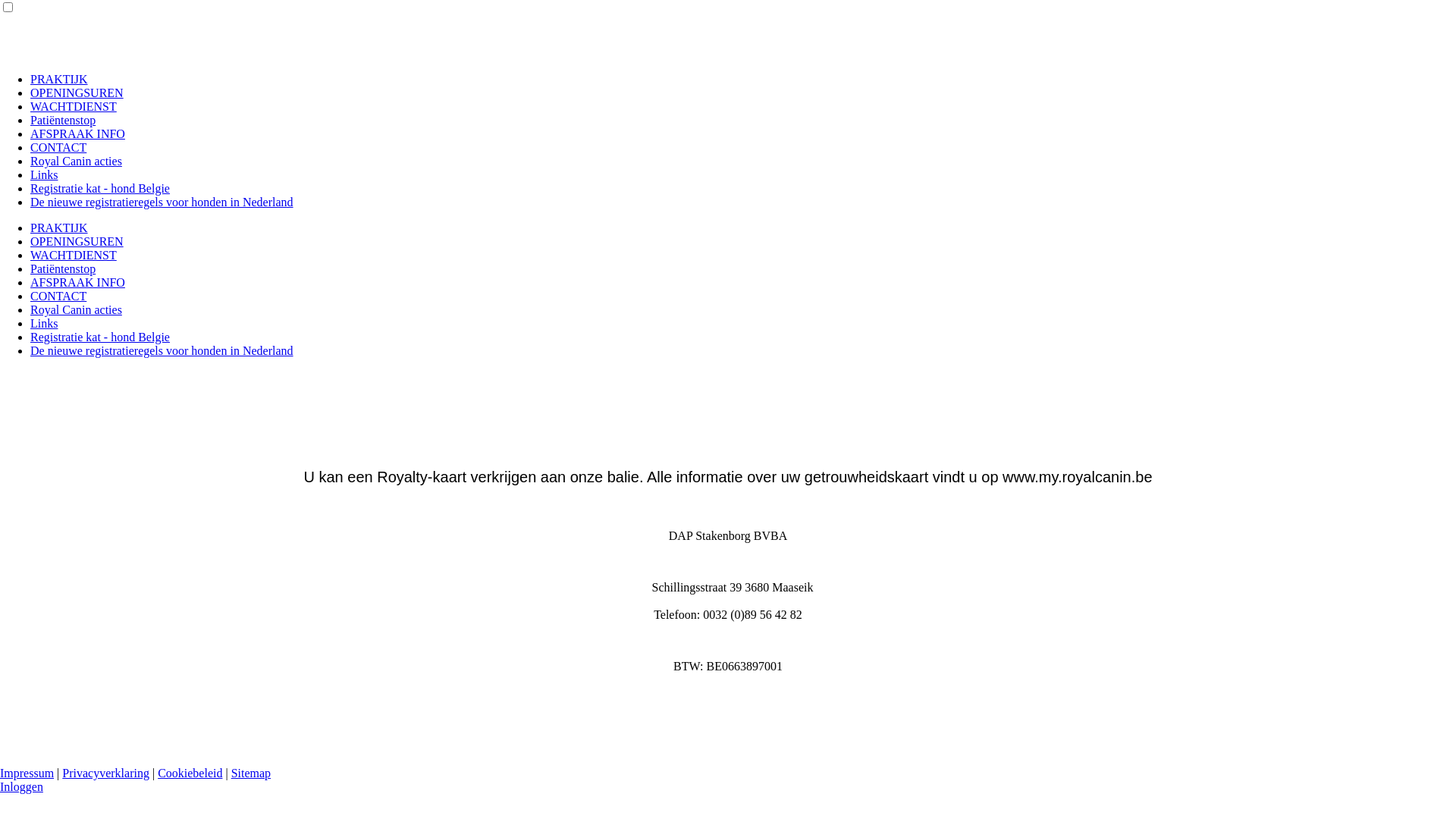  I want to click on 'AFSPRAAK INFO', so click(77, 133).